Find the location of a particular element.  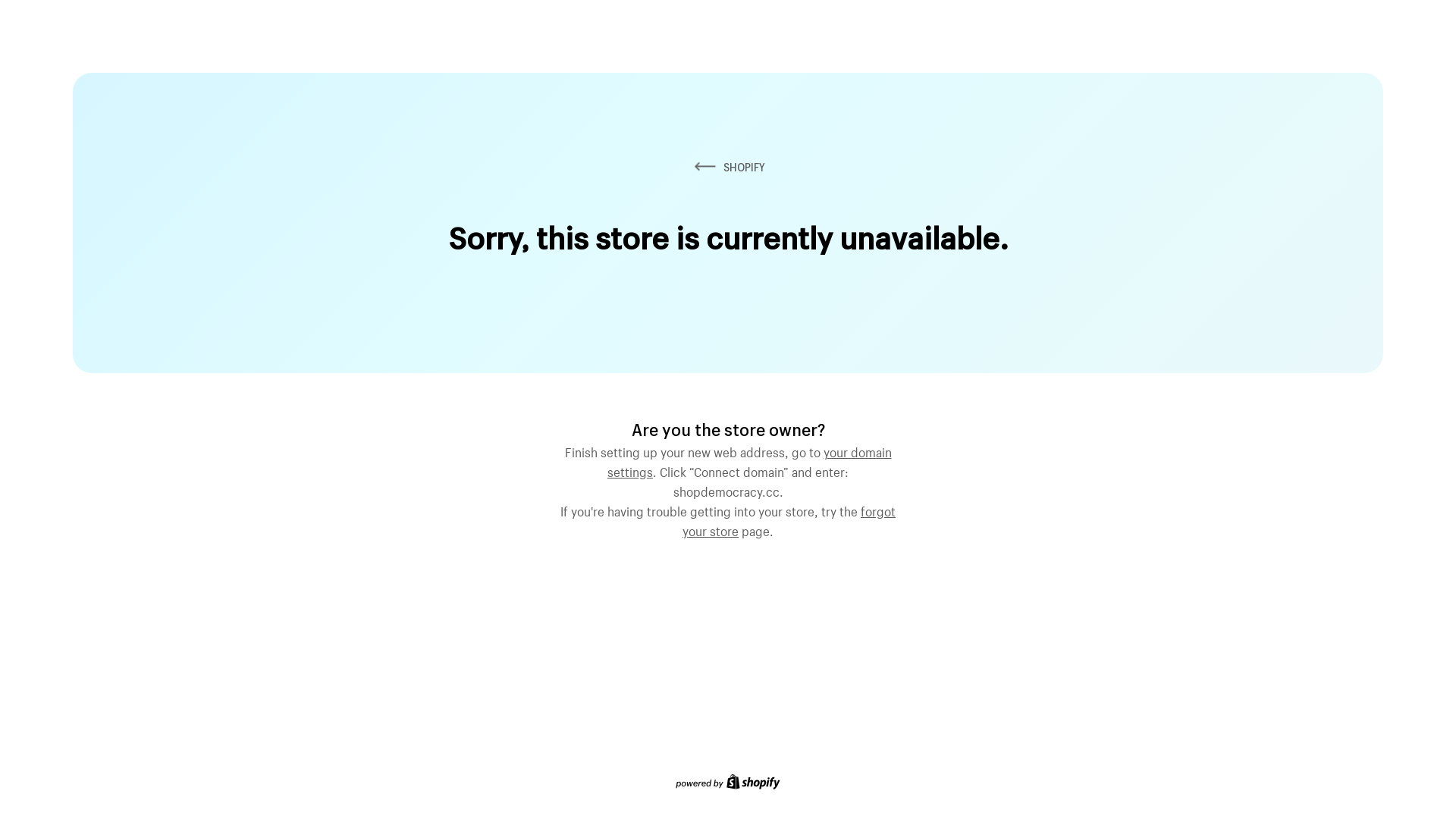

'your domain settings' is located at coordinates (749, 459).